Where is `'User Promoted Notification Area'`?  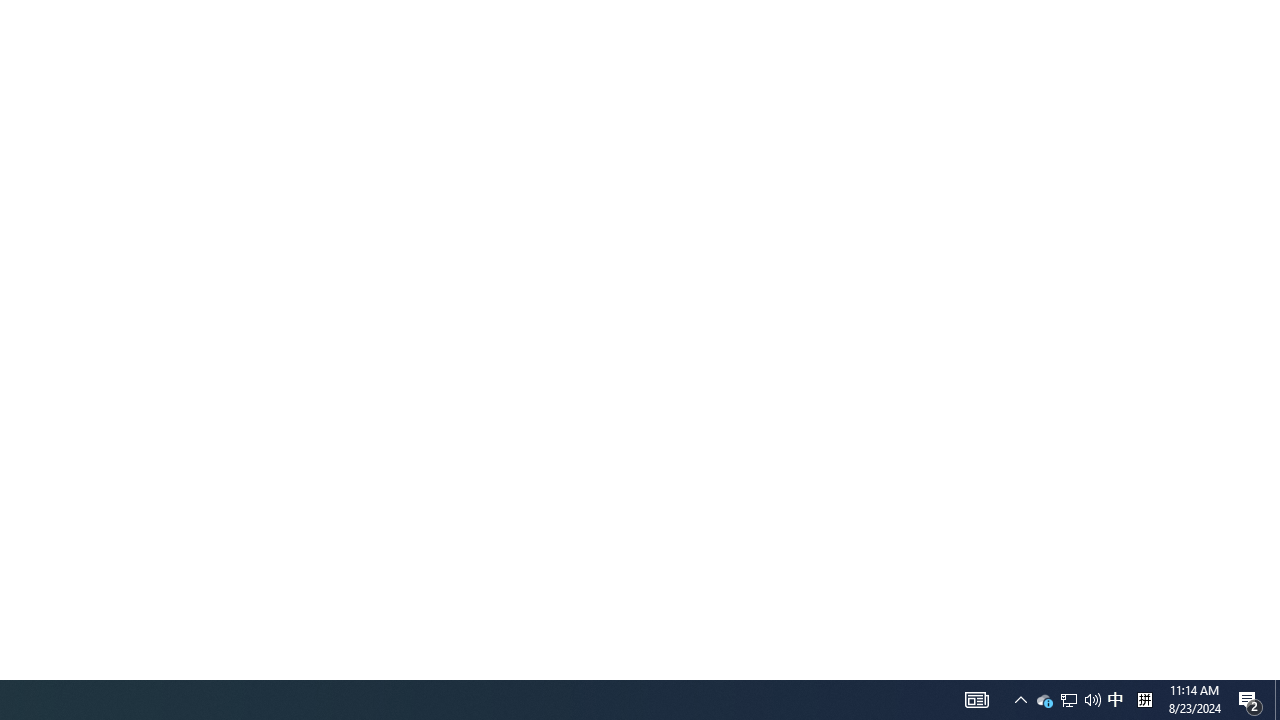 'User Promoted Notification Area' is located at coordinates (1067, 698).